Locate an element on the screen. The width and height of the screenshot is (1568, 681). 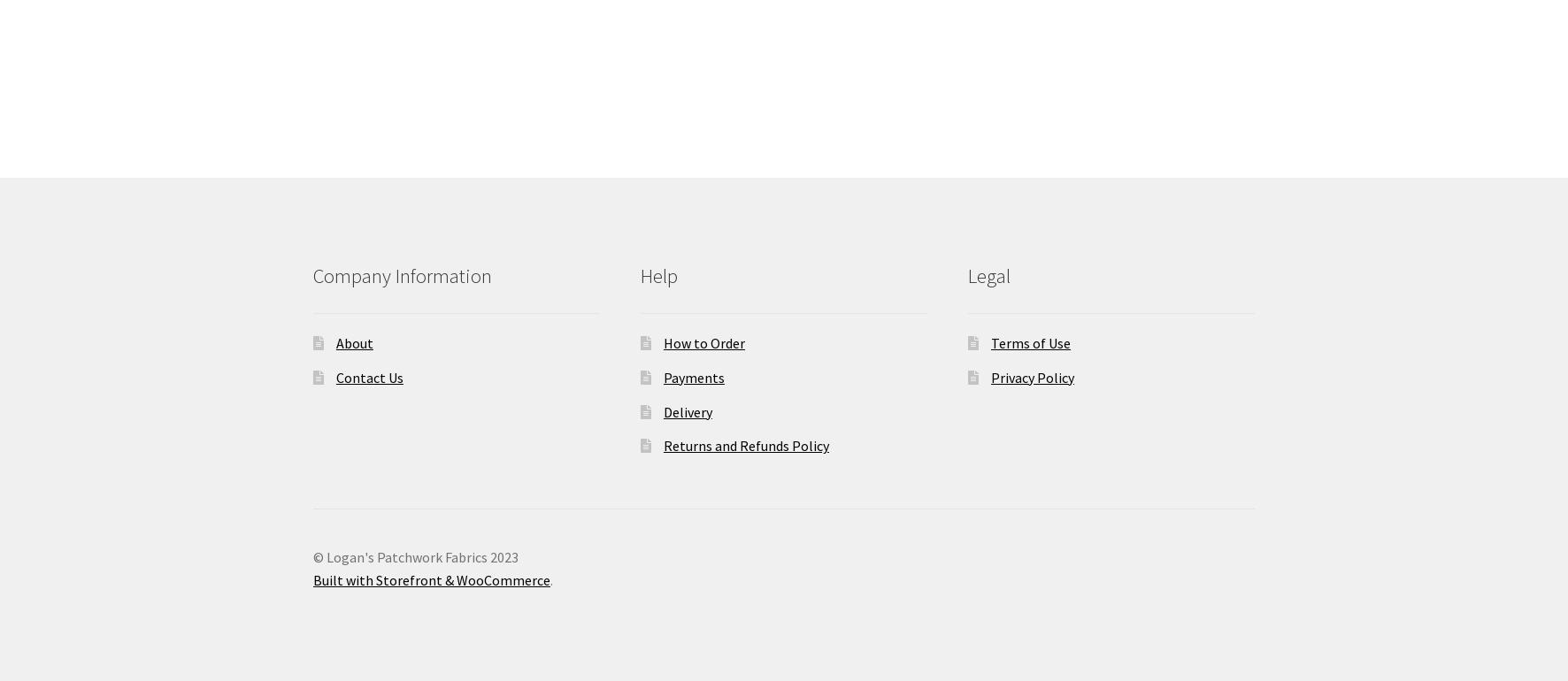
'Built with Storefront & WooCommerce' is located at coordinates (431, 578).